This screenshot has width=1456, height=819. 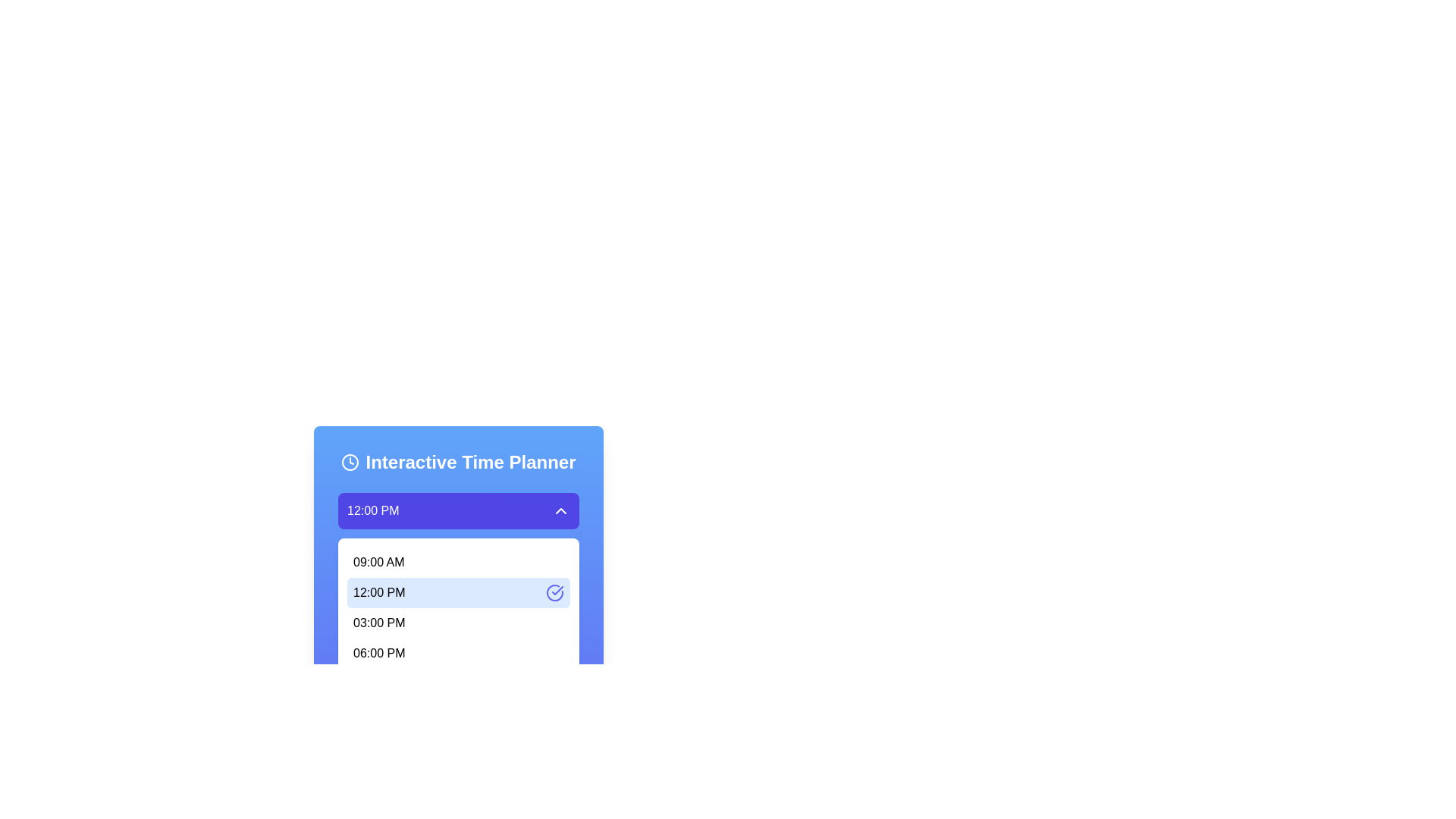 What do you see at coordinates (560, 511) in the screenshot?
I see `the upward-facing chevron icon located on the right side of the '12:00 PM' button` at bounding box center [560, 511].